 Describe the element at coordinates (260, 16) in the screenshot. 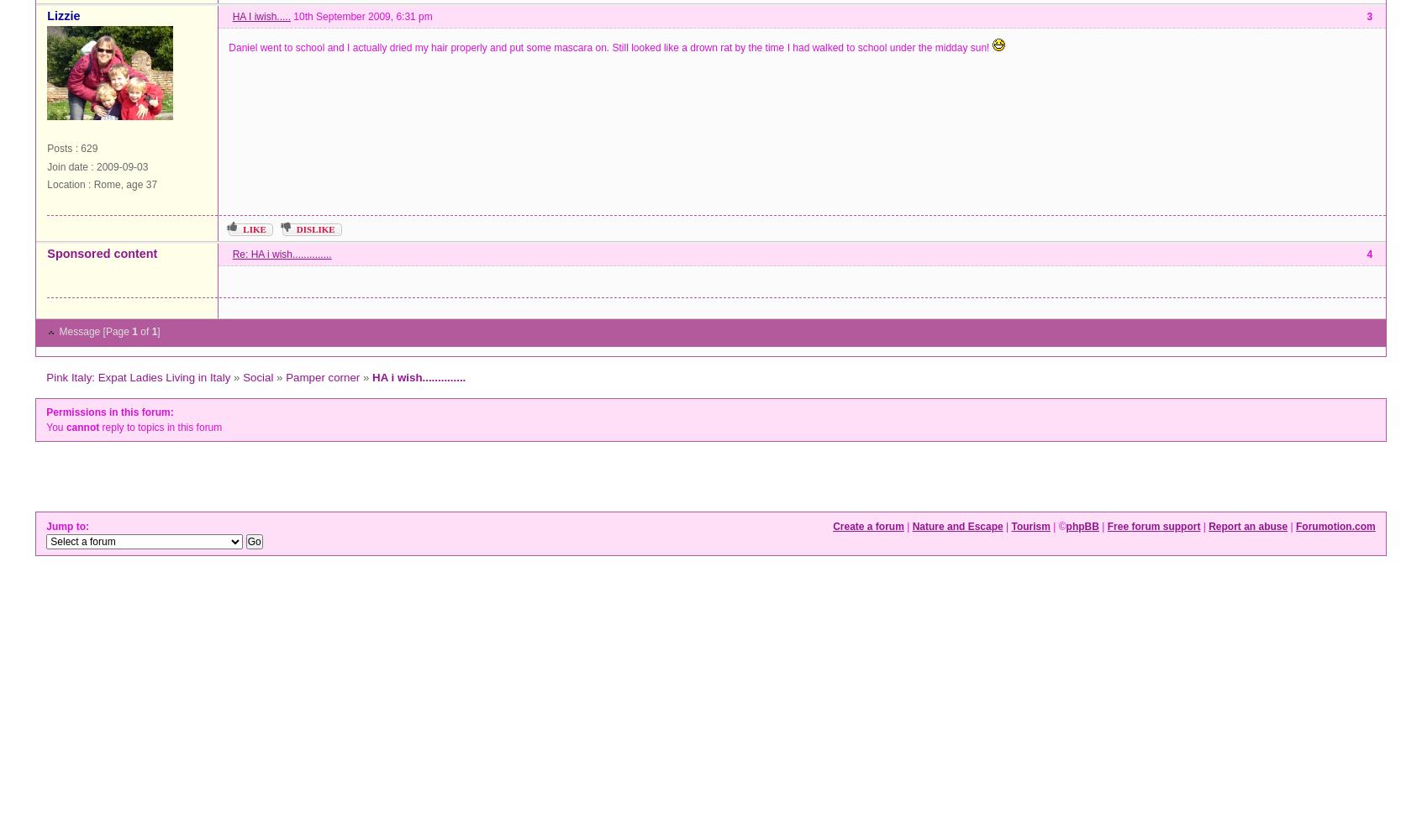

I see `'HA  I iwish.....'` at that location.